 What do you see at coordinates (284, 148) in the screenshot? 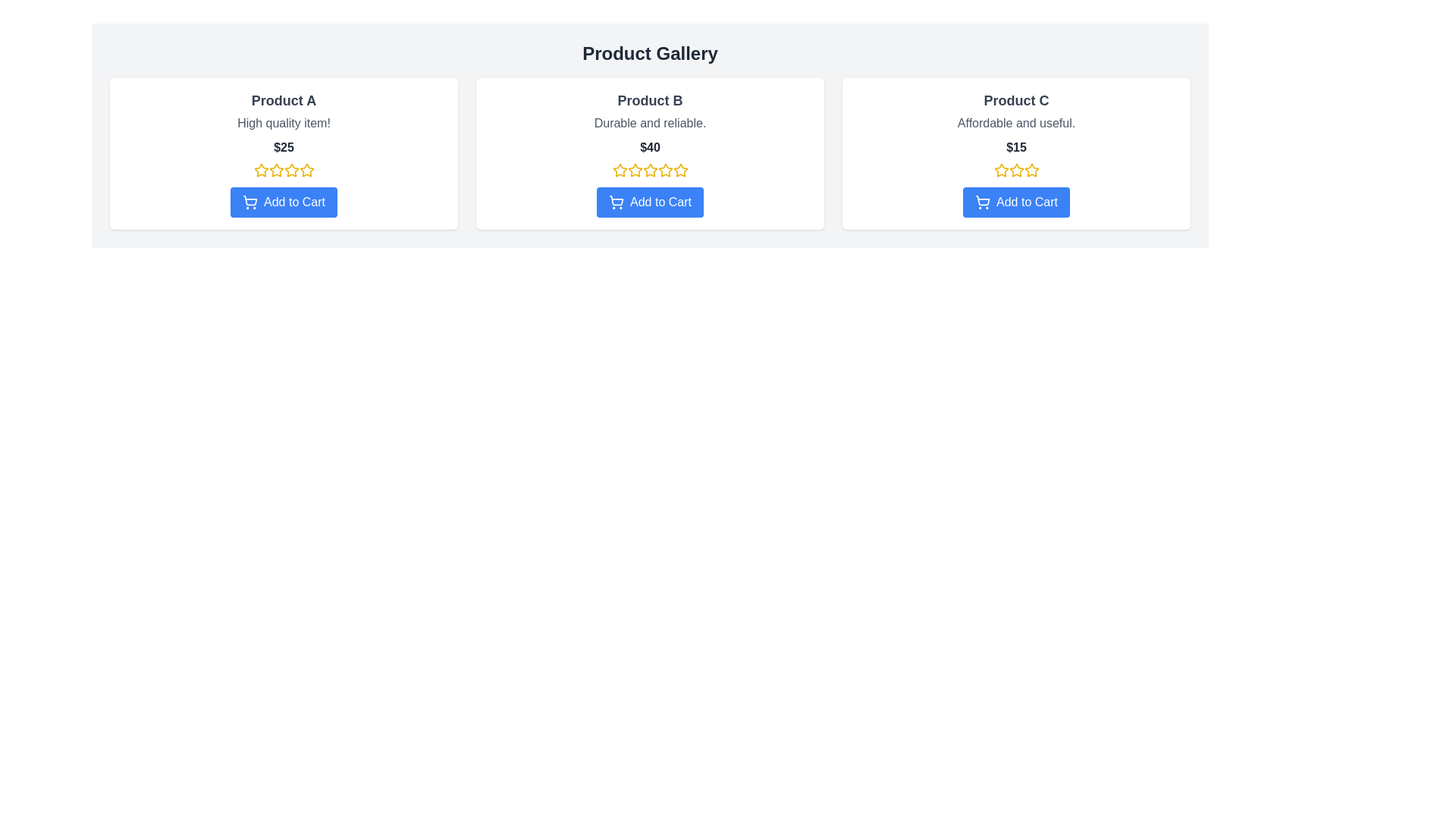
I see `the price text '$25' displayed in bold, dark gray font below the subtitle 'High quality item!' for 'Product A'` at bounding box center [284, 148].